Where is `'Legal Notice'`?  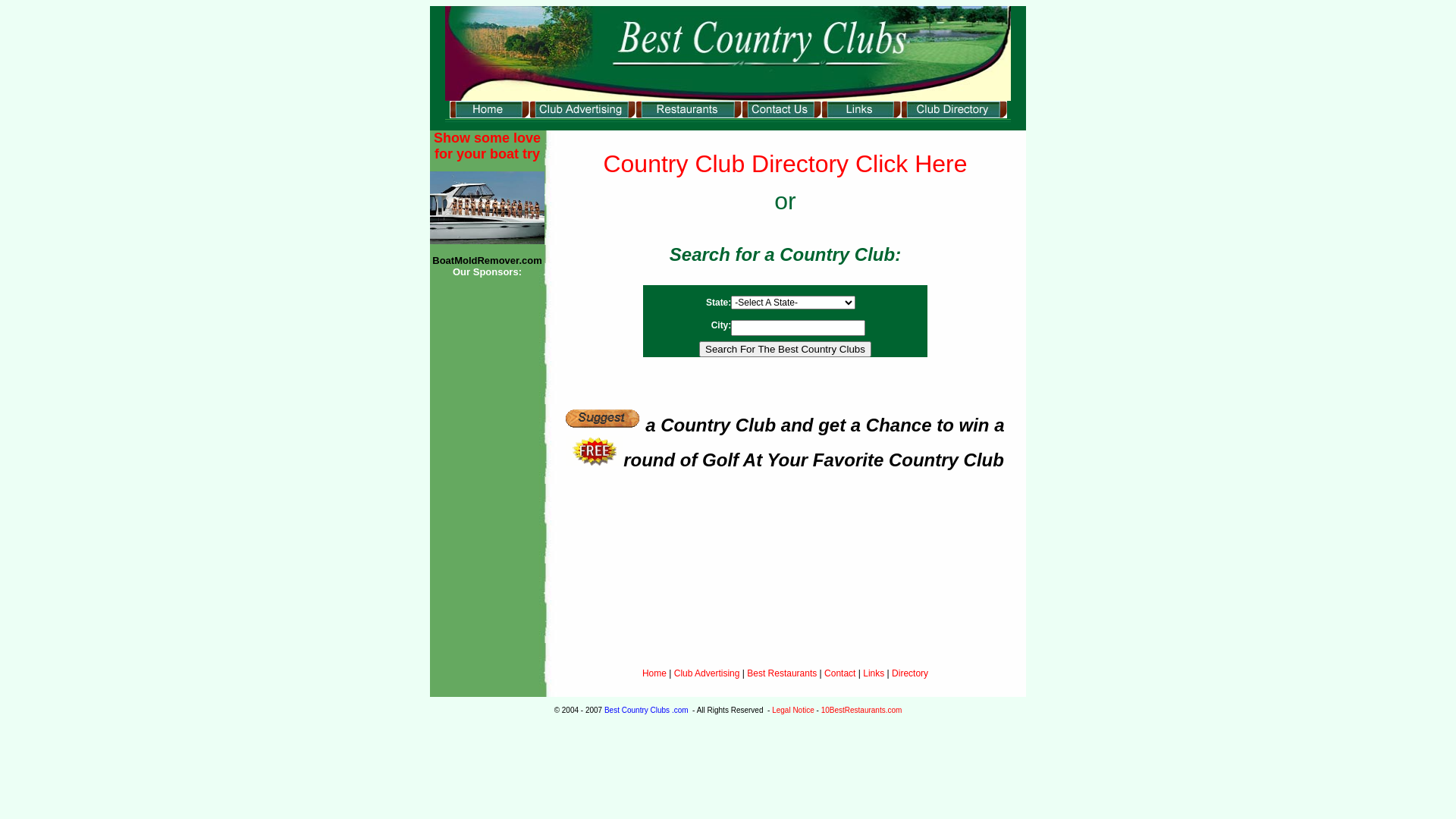
'Legal Notice' is located at coordinates (792, 710).